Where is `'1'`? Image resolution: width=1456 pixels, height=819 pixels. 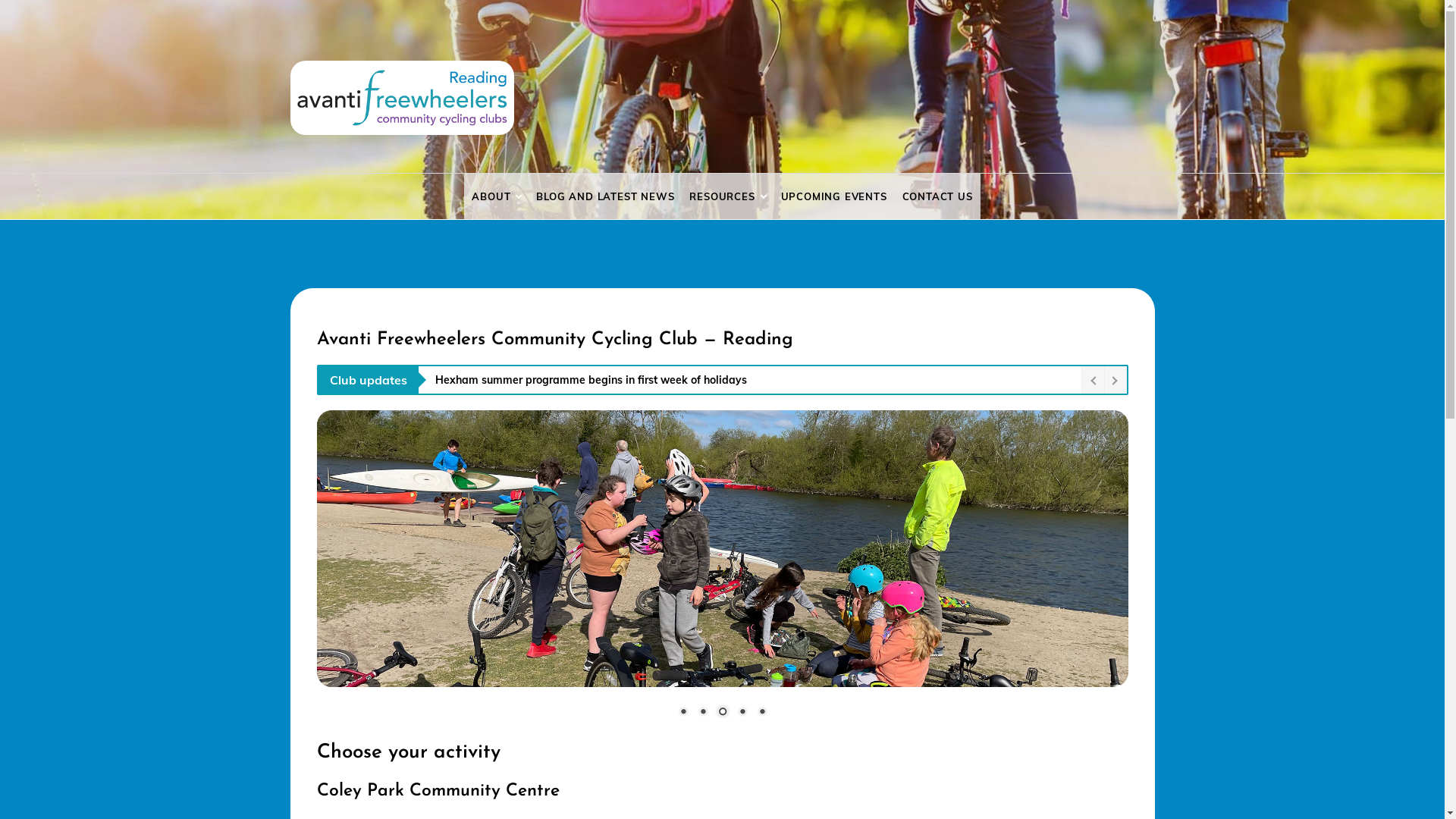
'1' is located at coordinates (673, 713).